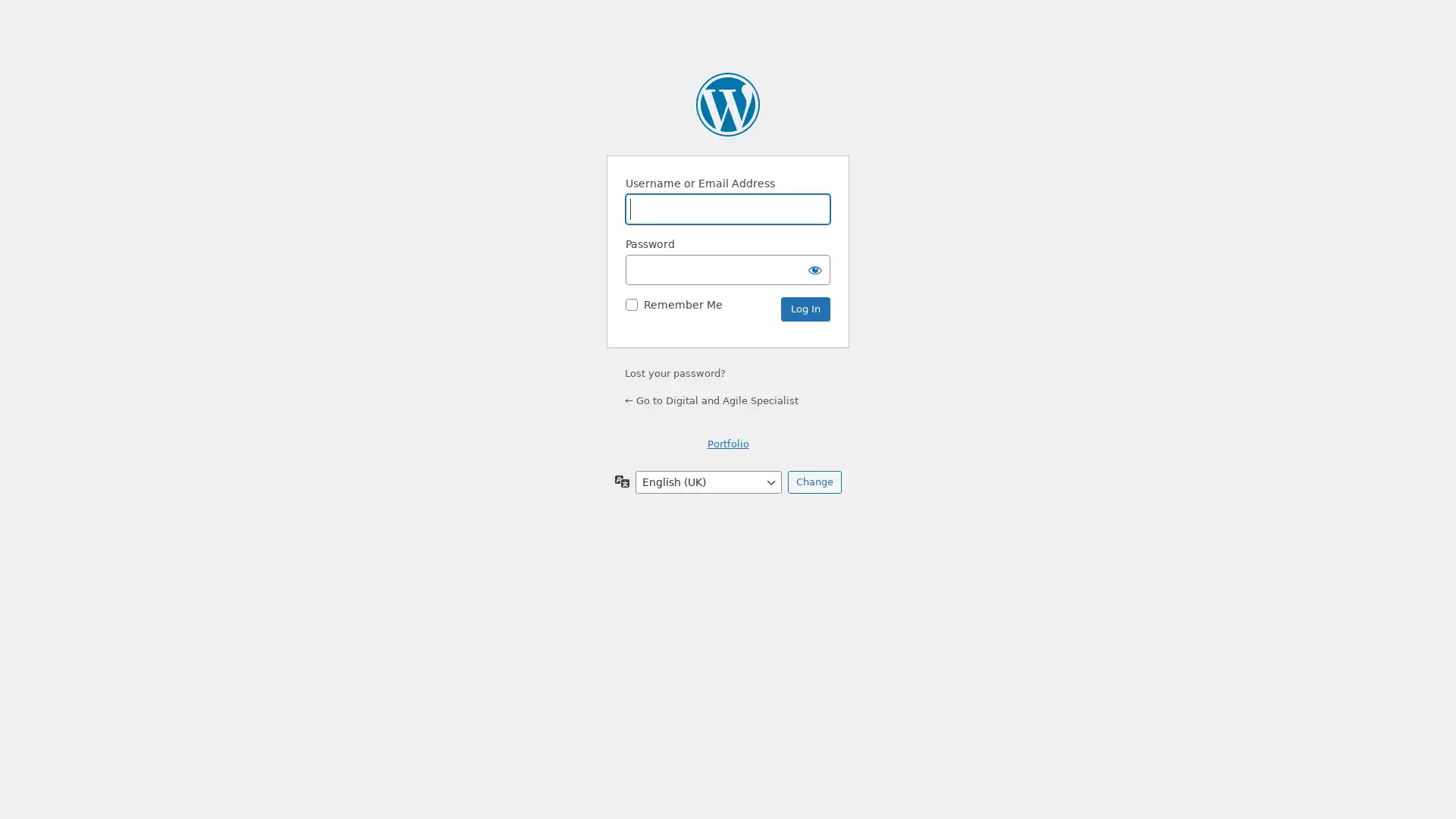 The width and height of the screenshot is (1456, 819). Describe the element at coordinates (813, 482) in the screenshot. I see `Change` at that location.